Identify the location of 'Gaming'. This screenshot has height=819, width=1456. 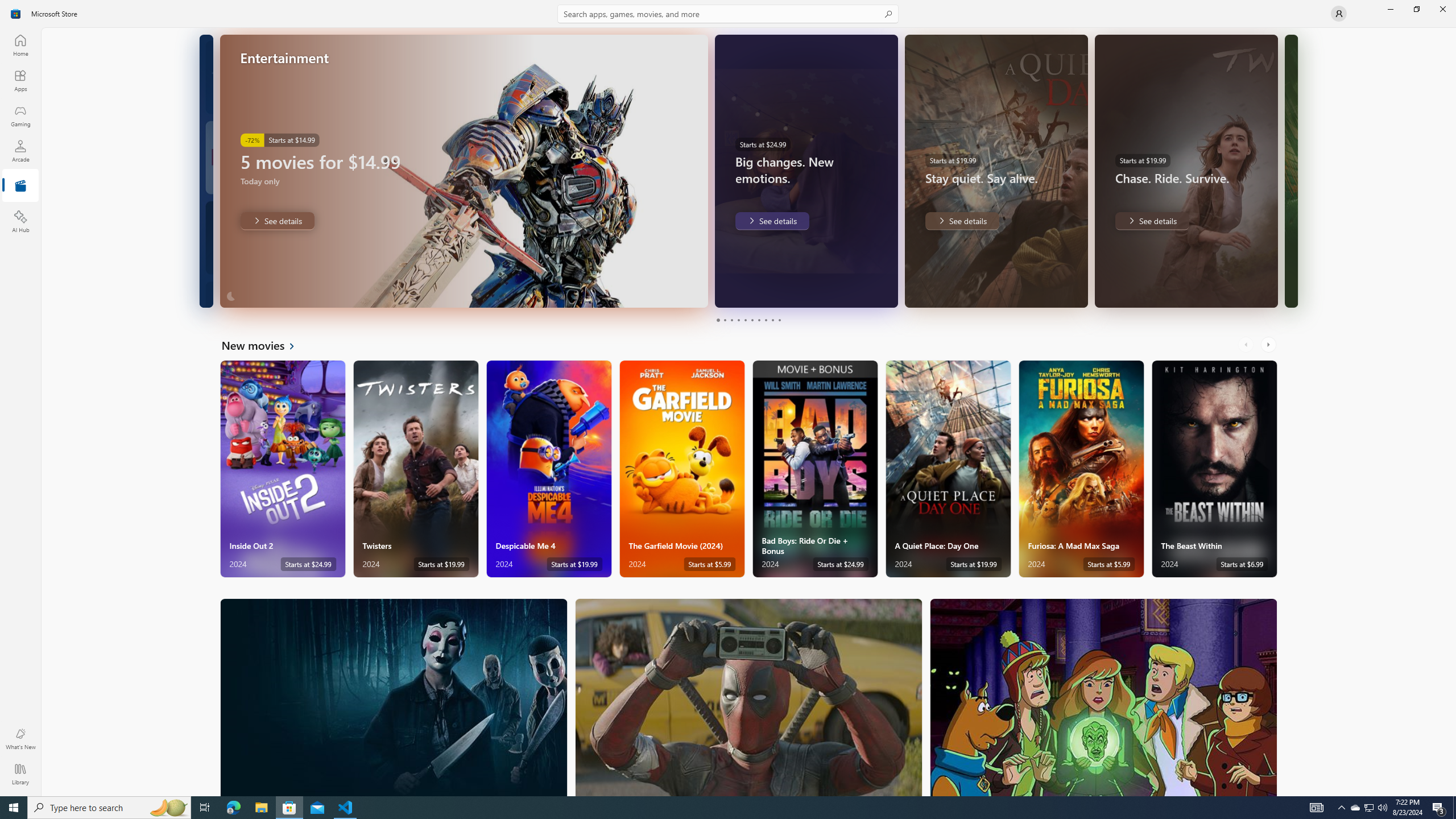
(19, 115).